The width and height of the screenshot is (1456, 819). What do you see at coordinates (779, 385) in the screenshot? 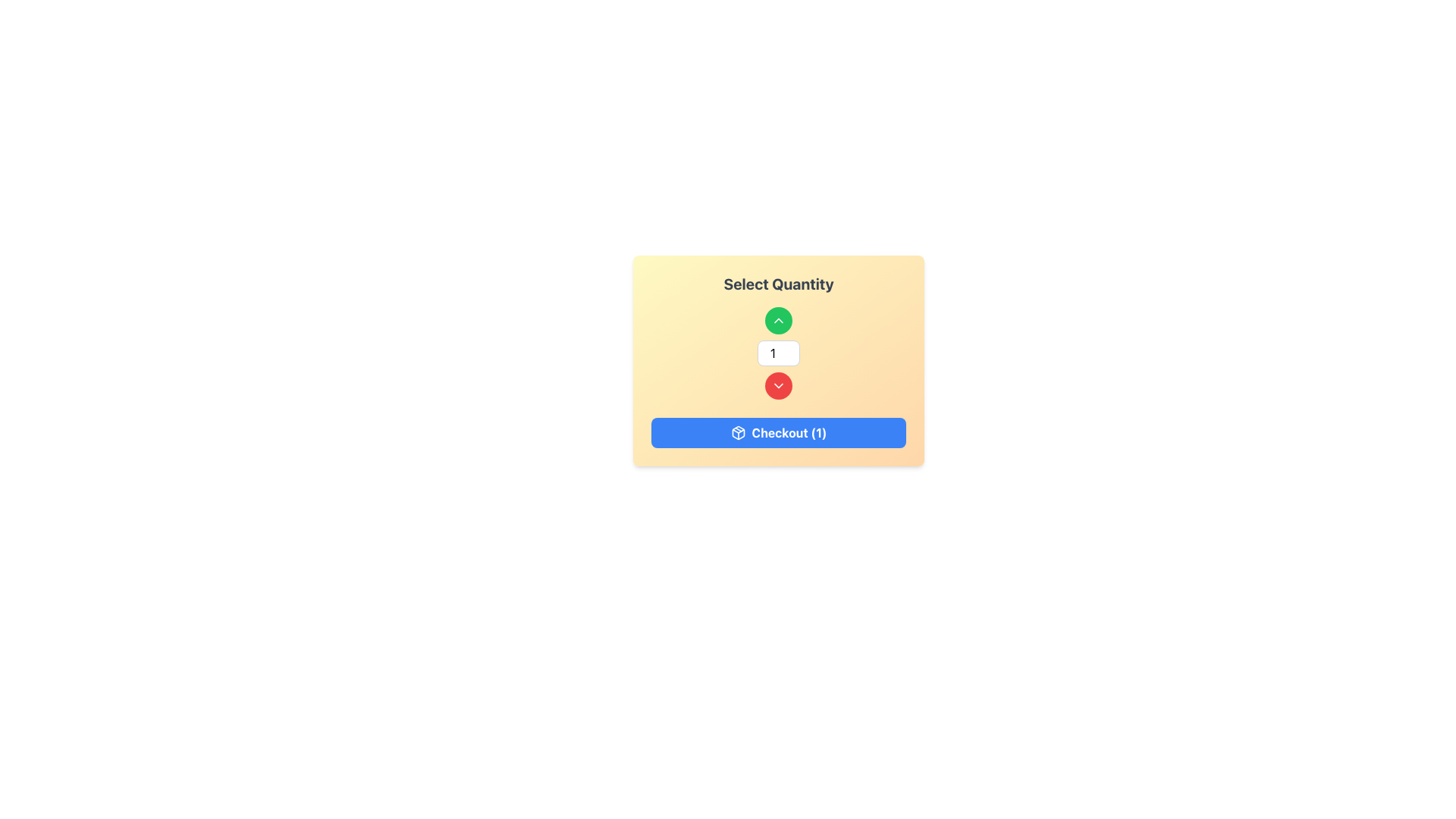
I see `the decrement button located below the numeric input field` at bounding box center [779, 385].